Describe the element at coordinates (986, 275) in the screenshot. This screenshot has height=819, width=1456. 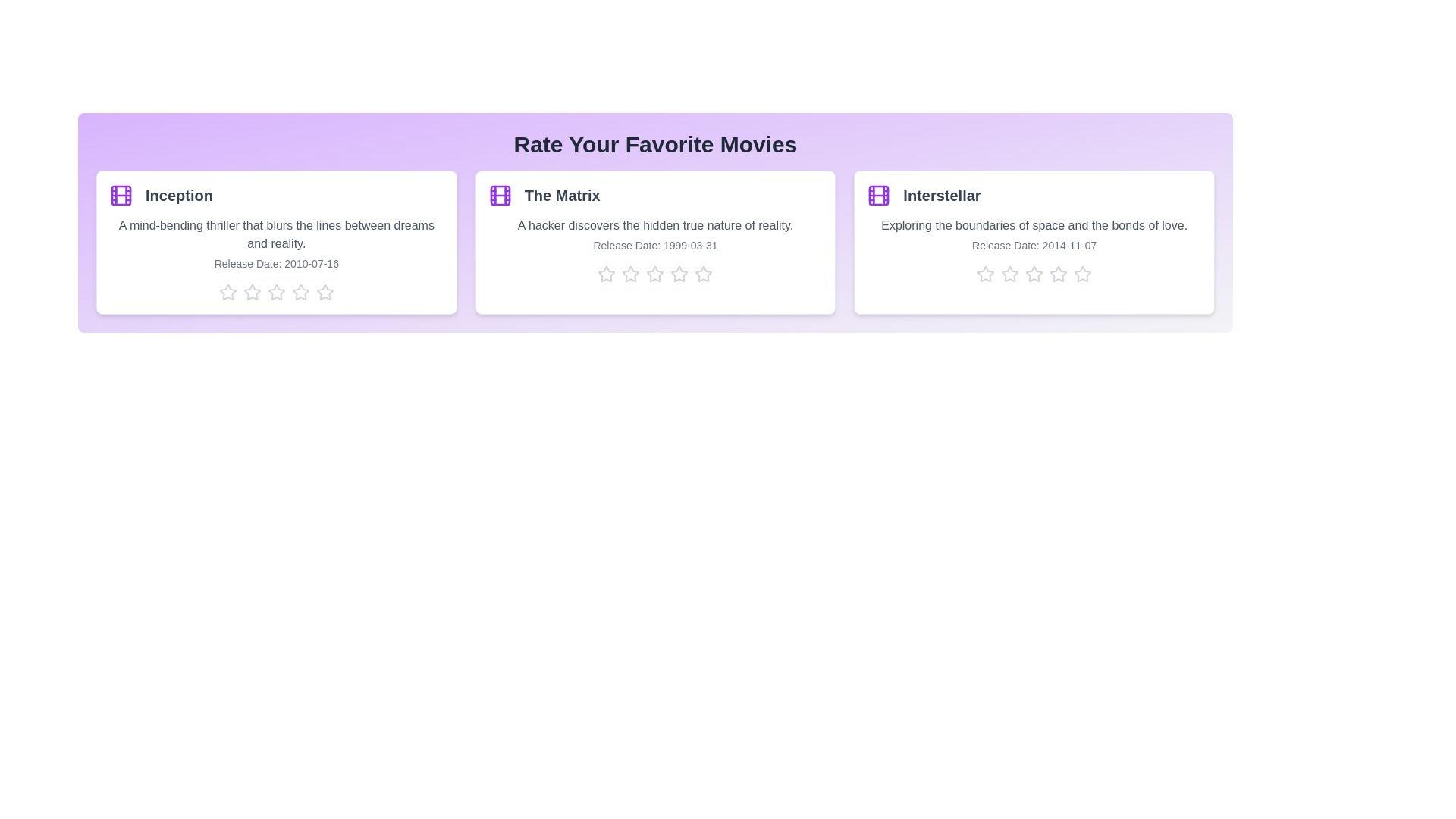
I see `the star corresponding to 1 stars for the movie Interstellar` at that location.